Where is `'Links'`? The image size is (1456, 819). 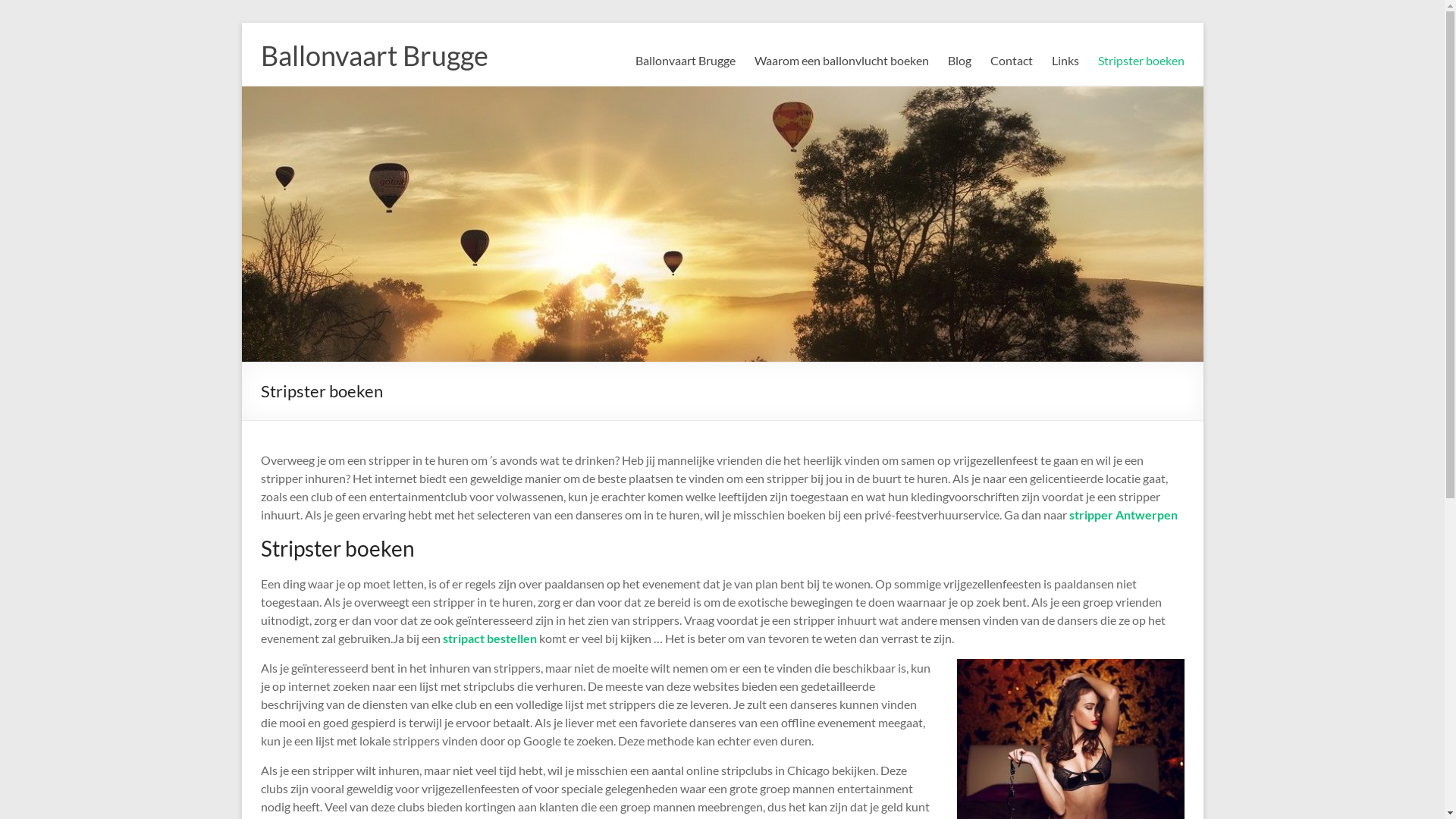
'Links' is located at coordinates (1063, 60).